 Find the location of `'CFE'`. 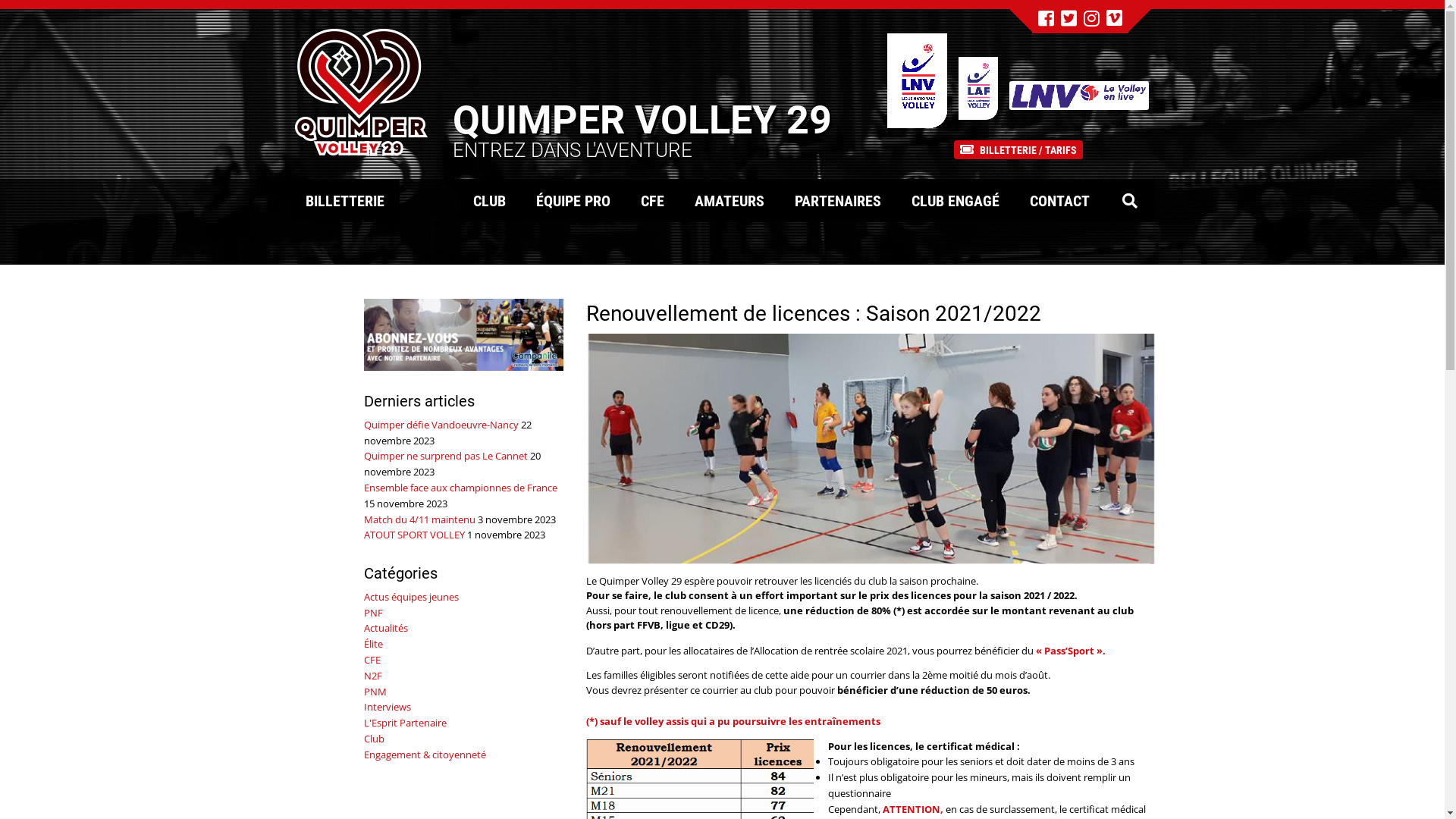

'CFE' is located at coordinates (372, 659).